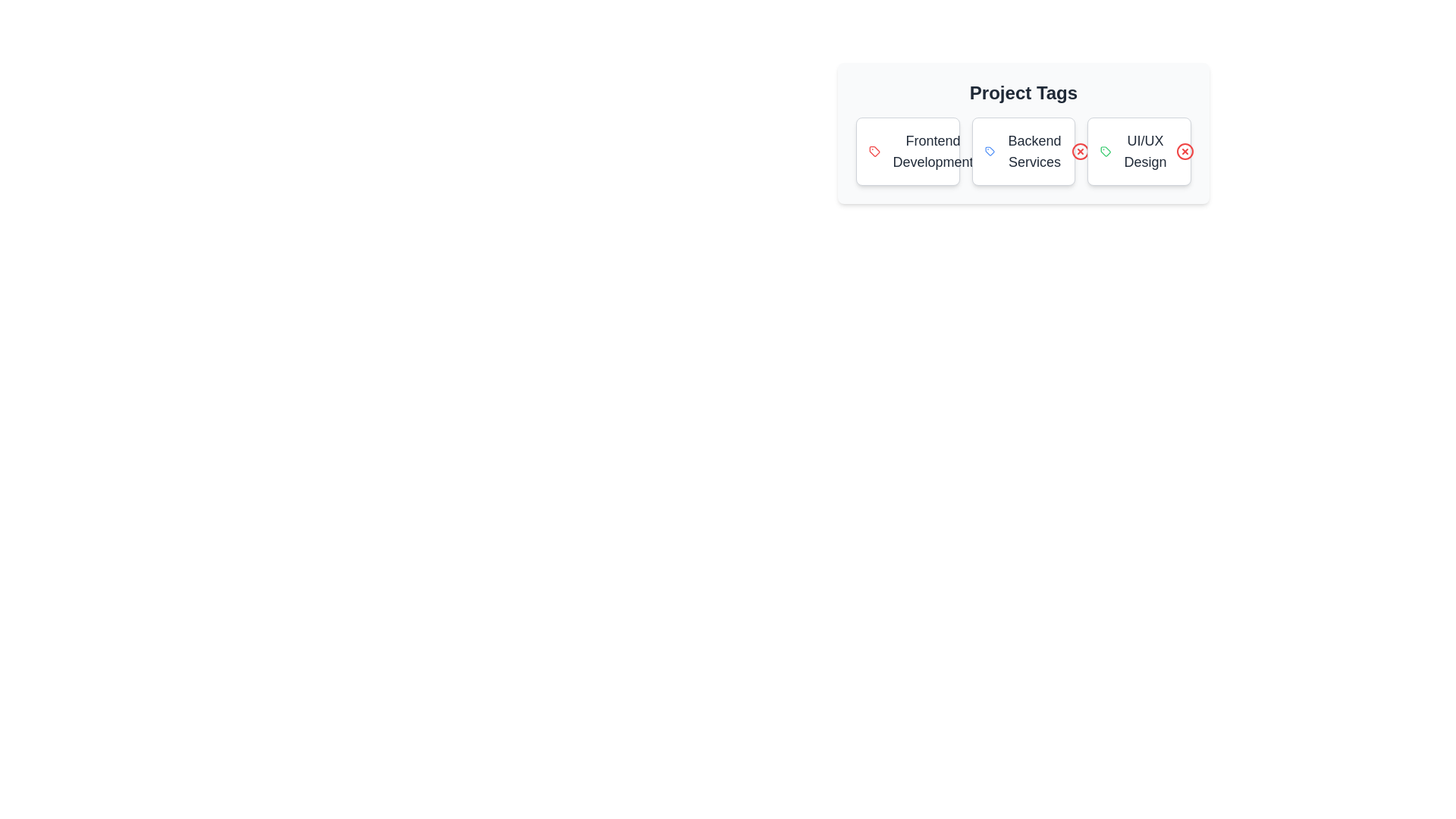 This screenshot has width=1456, height=819. What do you see at coordinates (1185, 152) in the screenshot?
I see `close button for the tag labeled 'UI/UX Design'` at bounding box center [1185, 152].